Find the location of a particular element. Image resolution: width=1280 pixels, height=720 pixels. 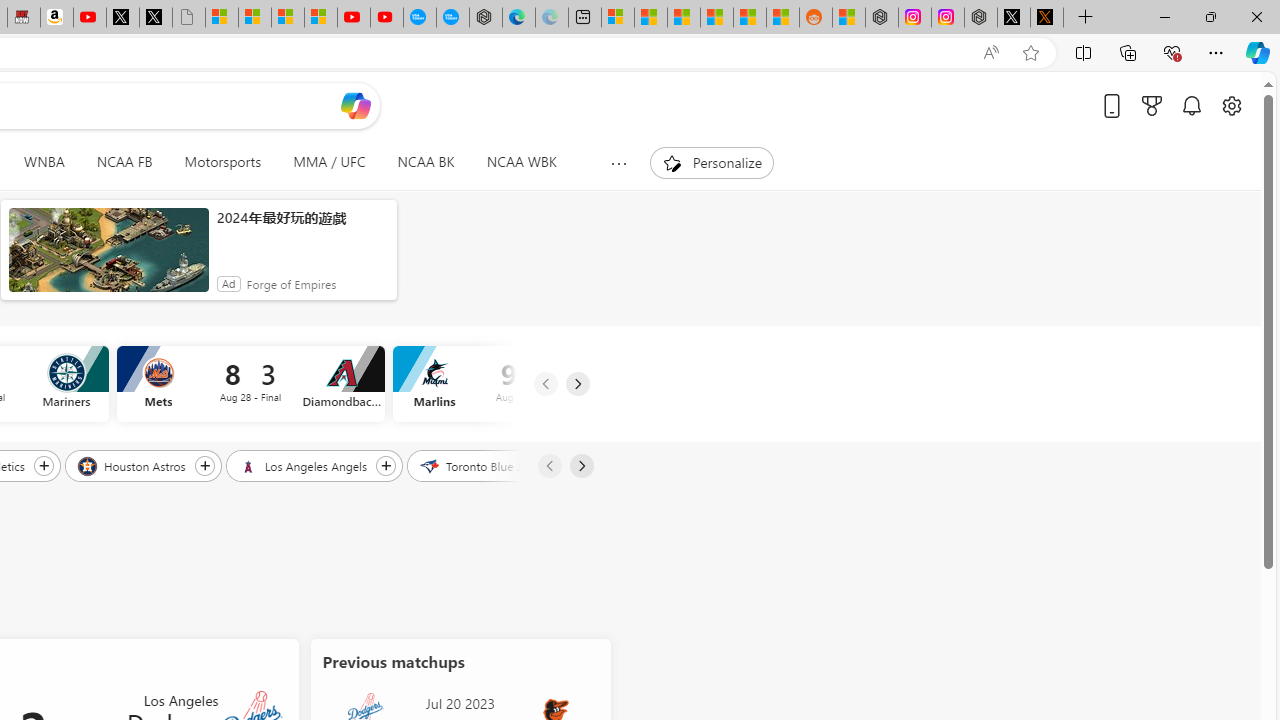

'Untitled' is located at coordinates (188, 17).